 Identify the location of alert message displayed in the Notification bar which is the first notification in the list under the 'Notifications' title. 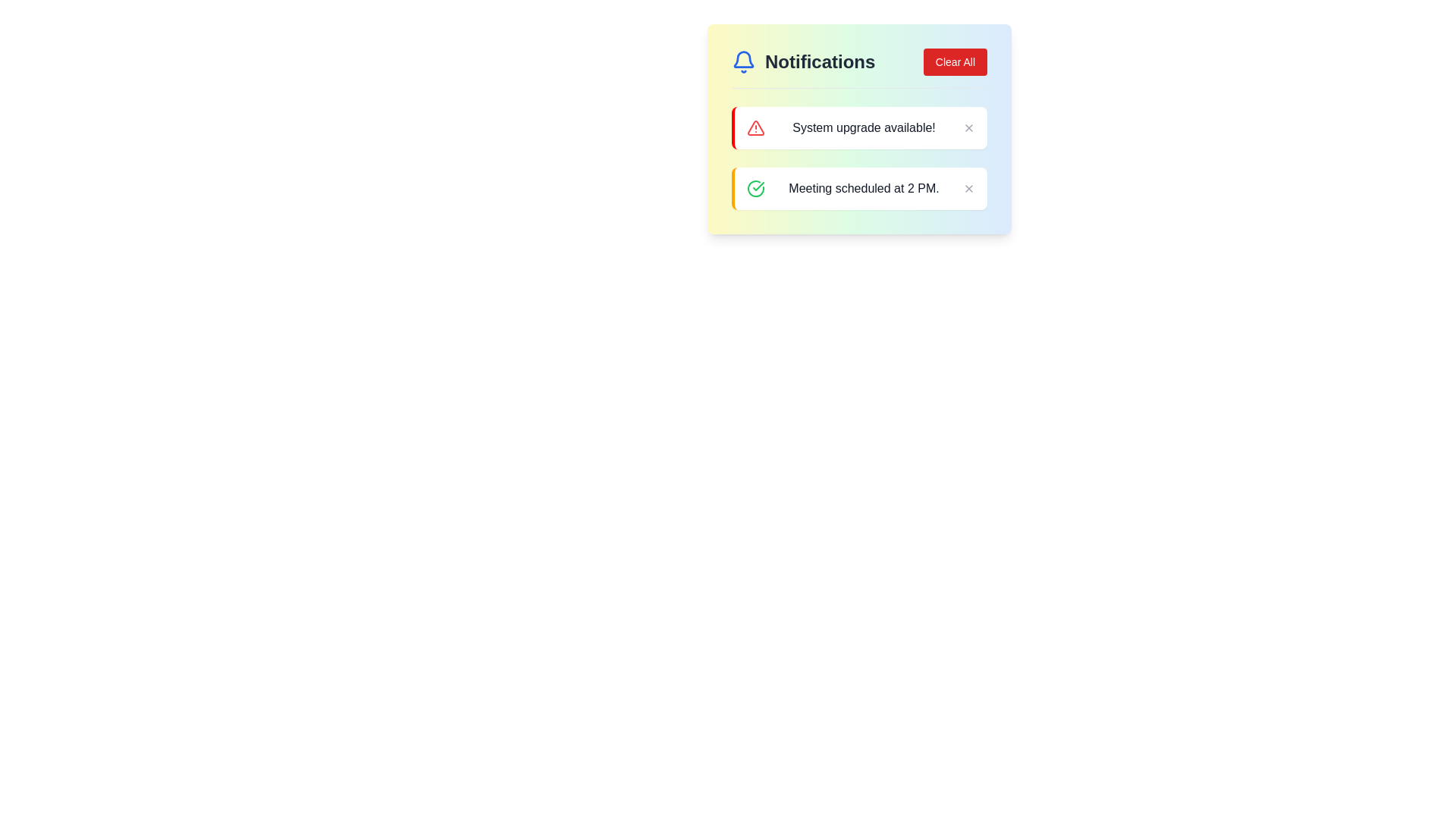
(859, 127).